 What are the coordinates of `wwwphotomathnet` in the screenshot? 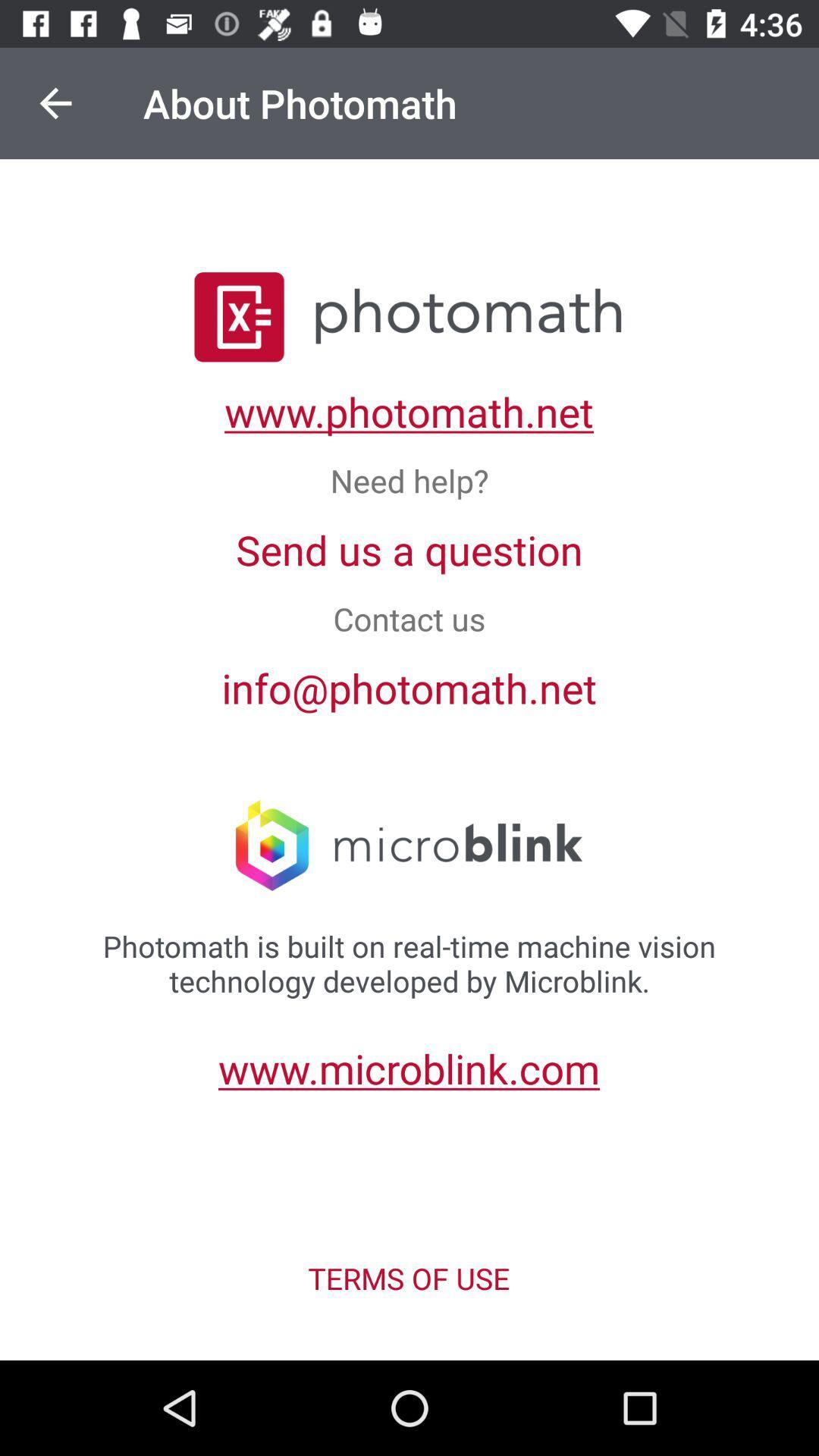 It's located at (408, 411).